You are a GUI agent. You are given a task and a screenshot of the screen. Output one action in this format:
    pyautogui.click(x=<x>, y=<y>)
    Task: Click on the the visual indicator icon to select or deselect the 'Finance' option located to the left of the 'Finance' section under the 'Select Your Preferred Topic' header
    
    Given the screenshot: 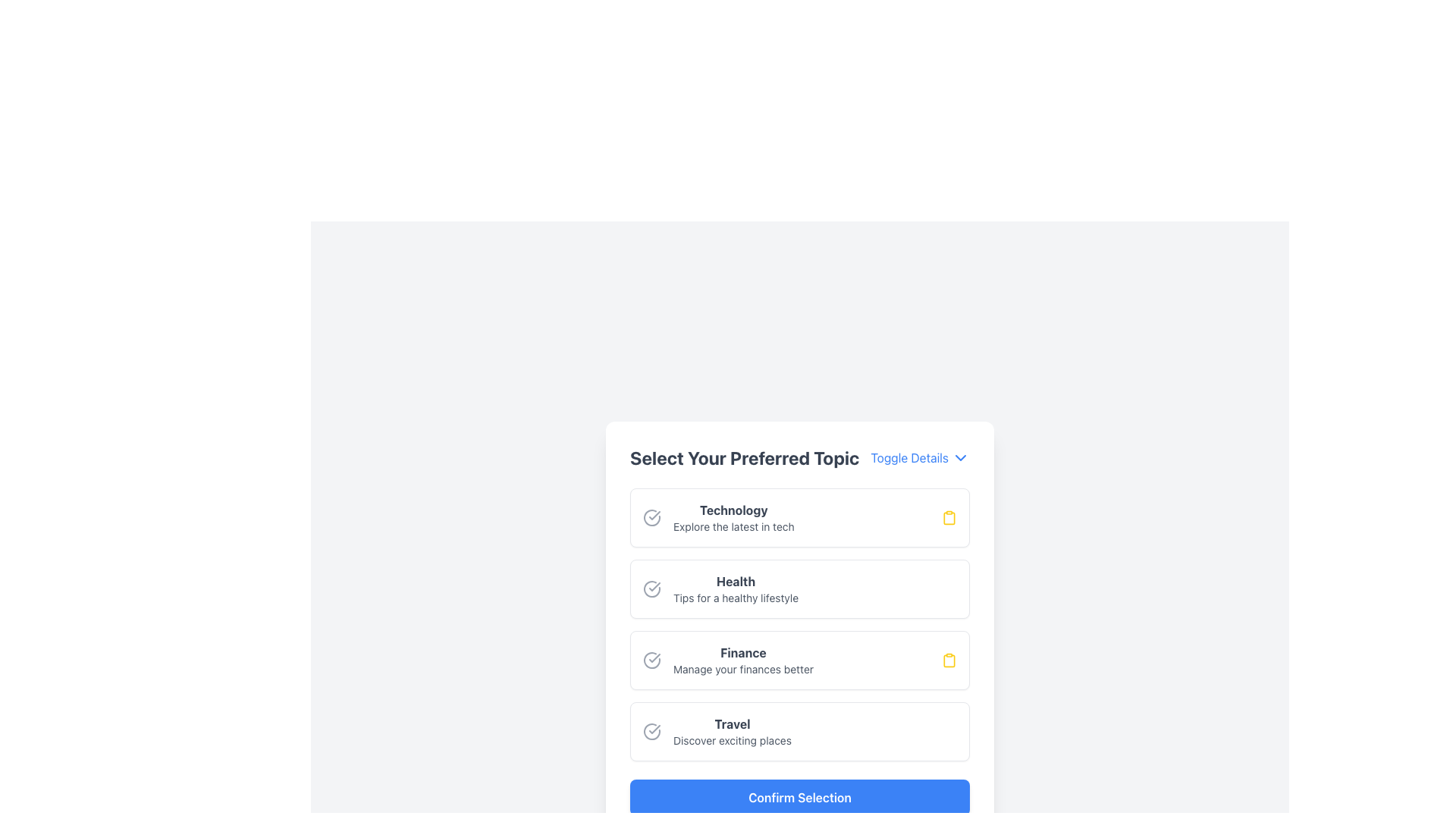 What is the action you would take?
    pyautogui.click(x=651, y=660)
    